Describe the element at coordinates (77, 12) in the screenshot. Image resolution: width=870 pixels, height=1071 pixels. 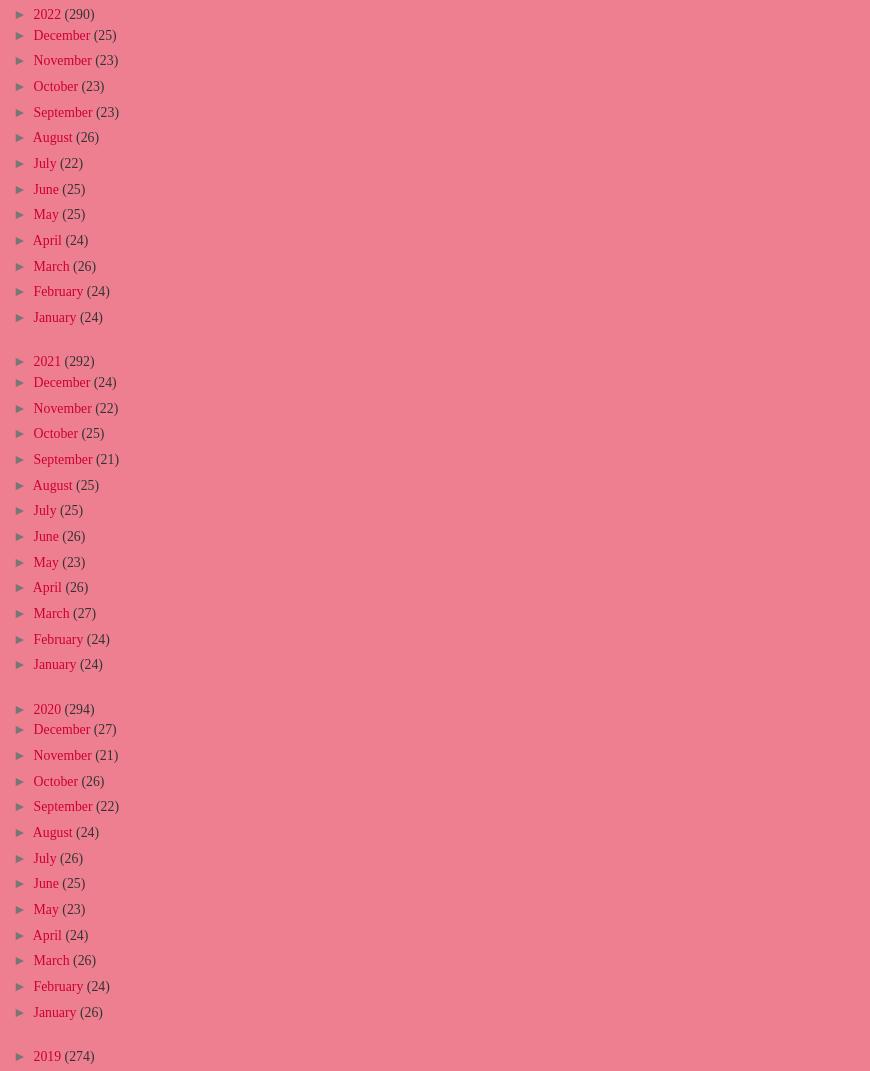
I see `'(290)'` at that location.